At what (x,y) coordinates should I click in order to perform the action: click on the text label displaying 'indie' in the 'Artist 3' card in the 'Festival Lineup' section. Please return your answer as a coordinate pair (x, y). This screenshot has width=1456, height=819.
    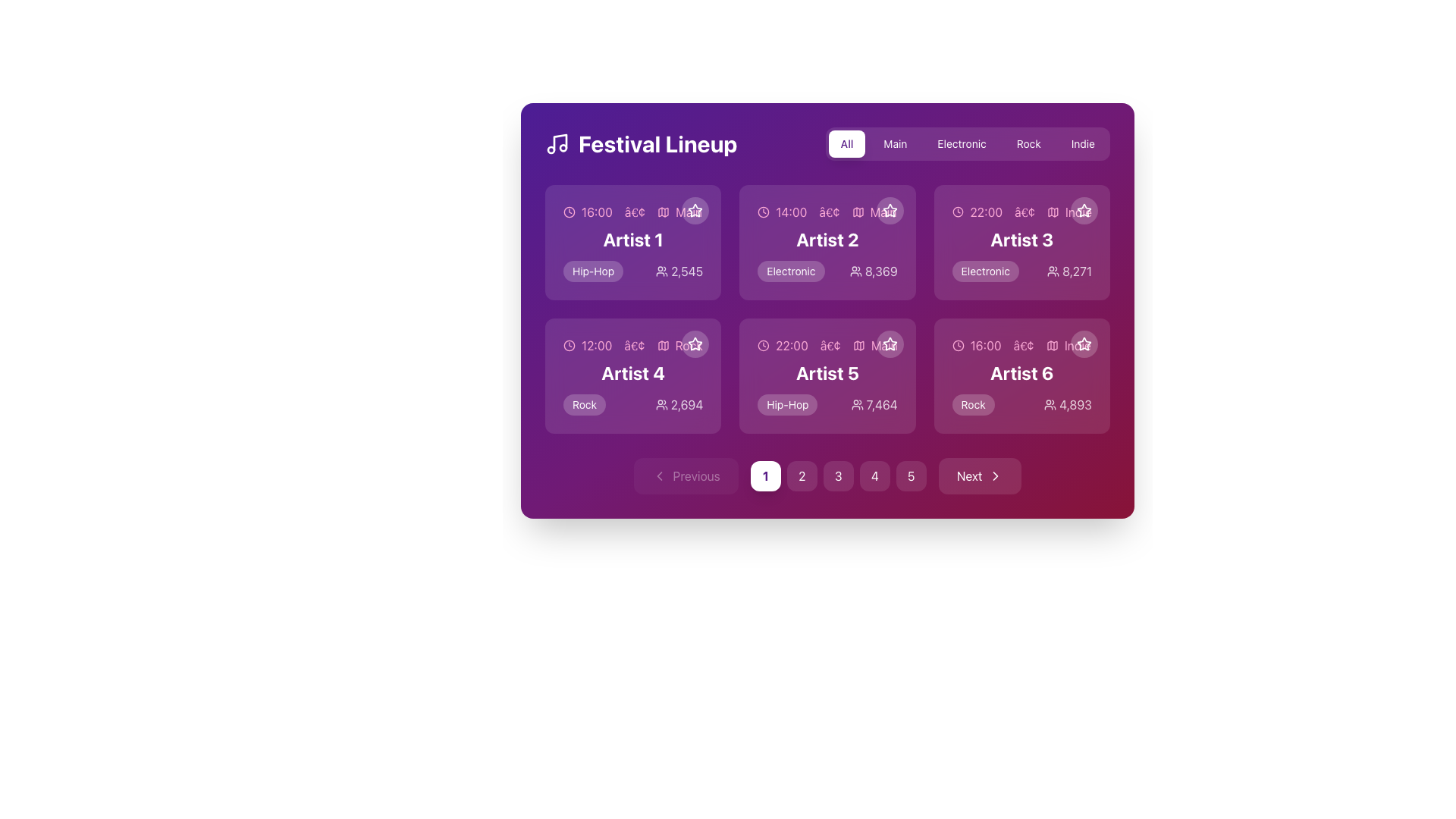
    Looking at the image, I should click on (1078, 212).